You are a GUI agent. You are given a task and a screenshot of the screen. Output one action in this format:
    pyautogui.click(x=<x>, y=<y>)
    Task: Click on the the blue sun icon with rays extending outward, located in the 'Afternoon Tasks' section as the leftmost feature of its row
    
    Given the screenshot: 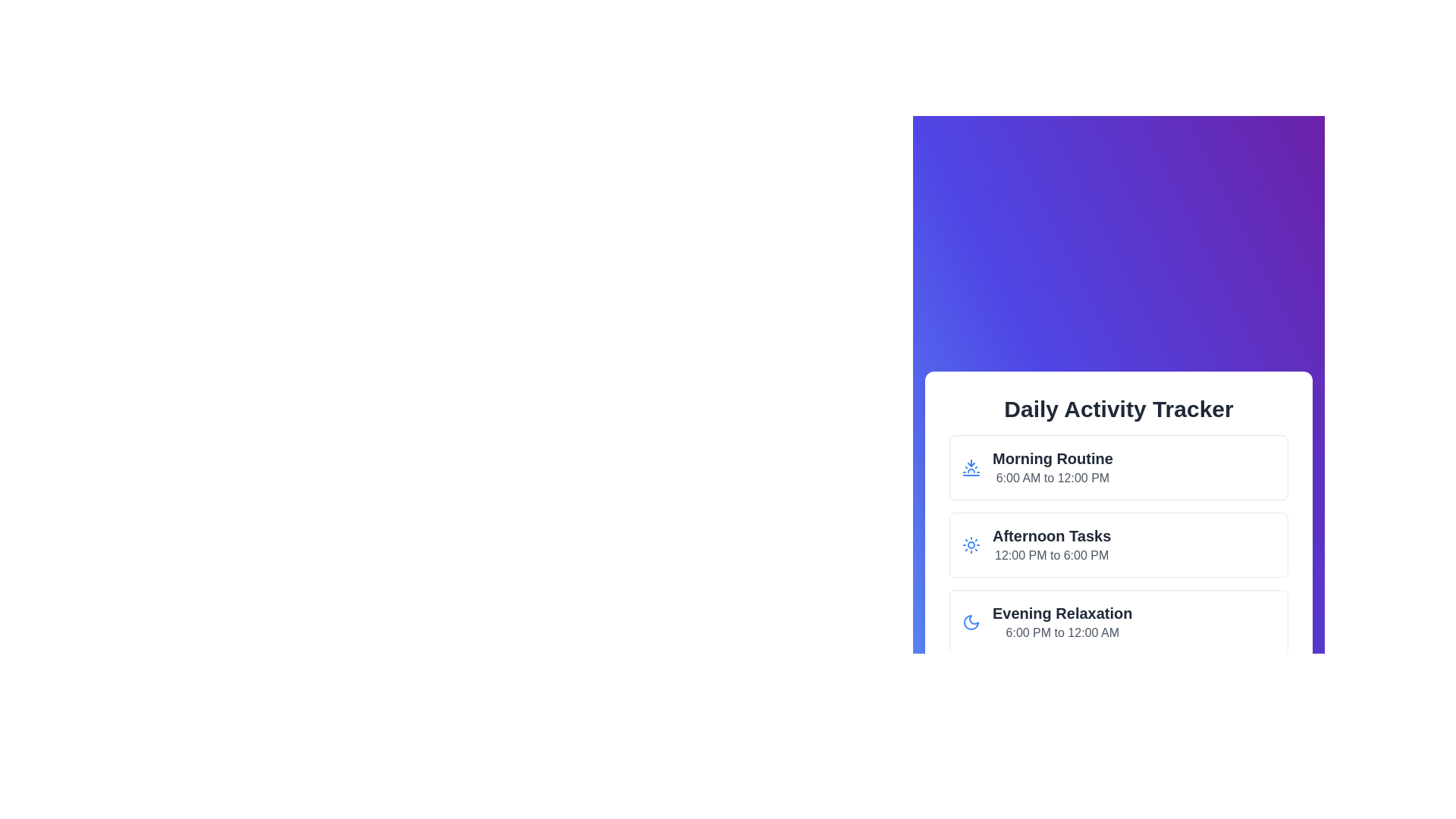 What is the action you would take?
    pyautogui.click(x=971, y=544)
    